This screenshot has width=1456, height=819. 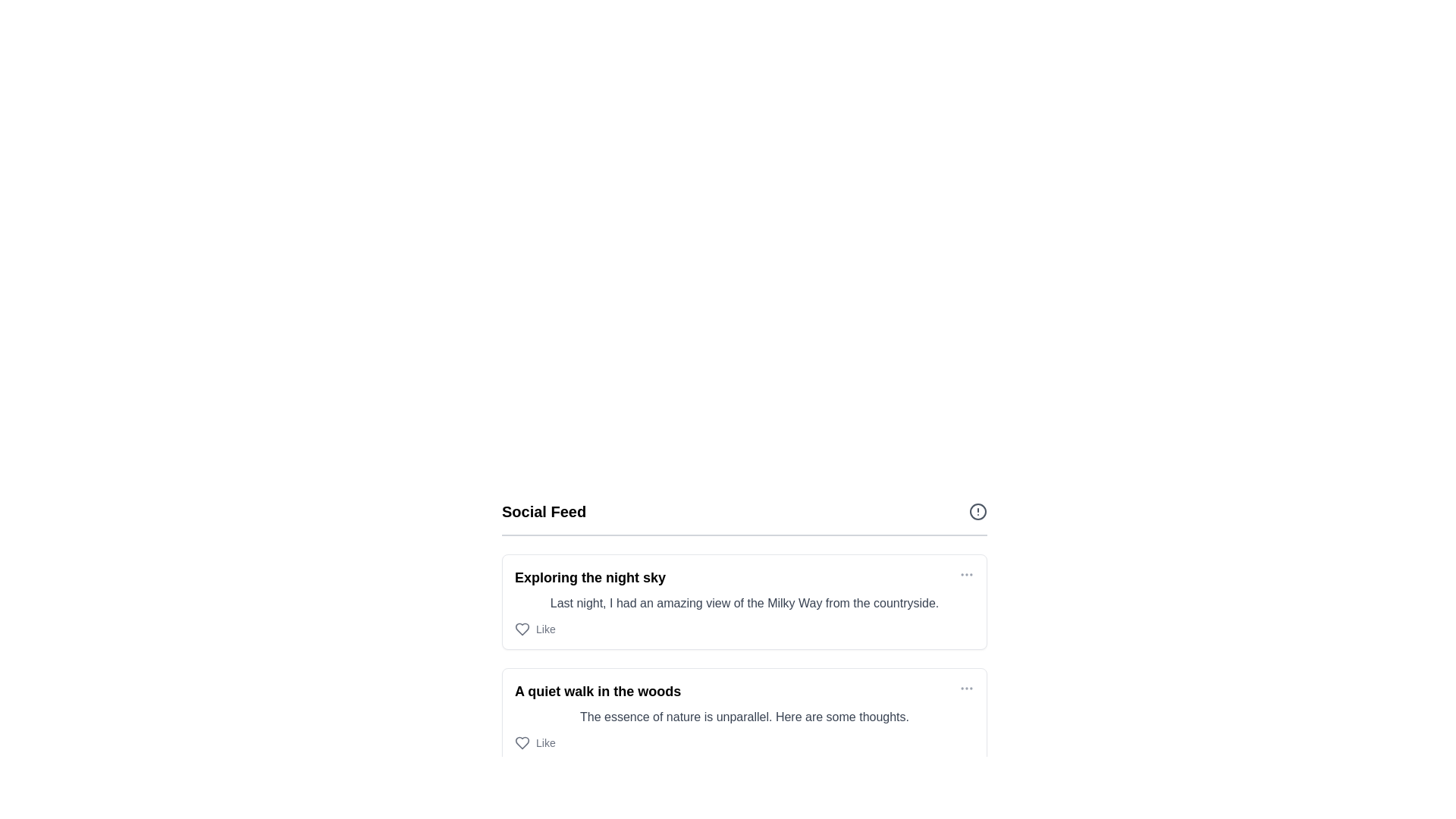 I want to click on the circular alert icon located at the far right of the 'Social Feed' section header, which is styled in gray with a minimalist outline design, so click(x=978, y=512).